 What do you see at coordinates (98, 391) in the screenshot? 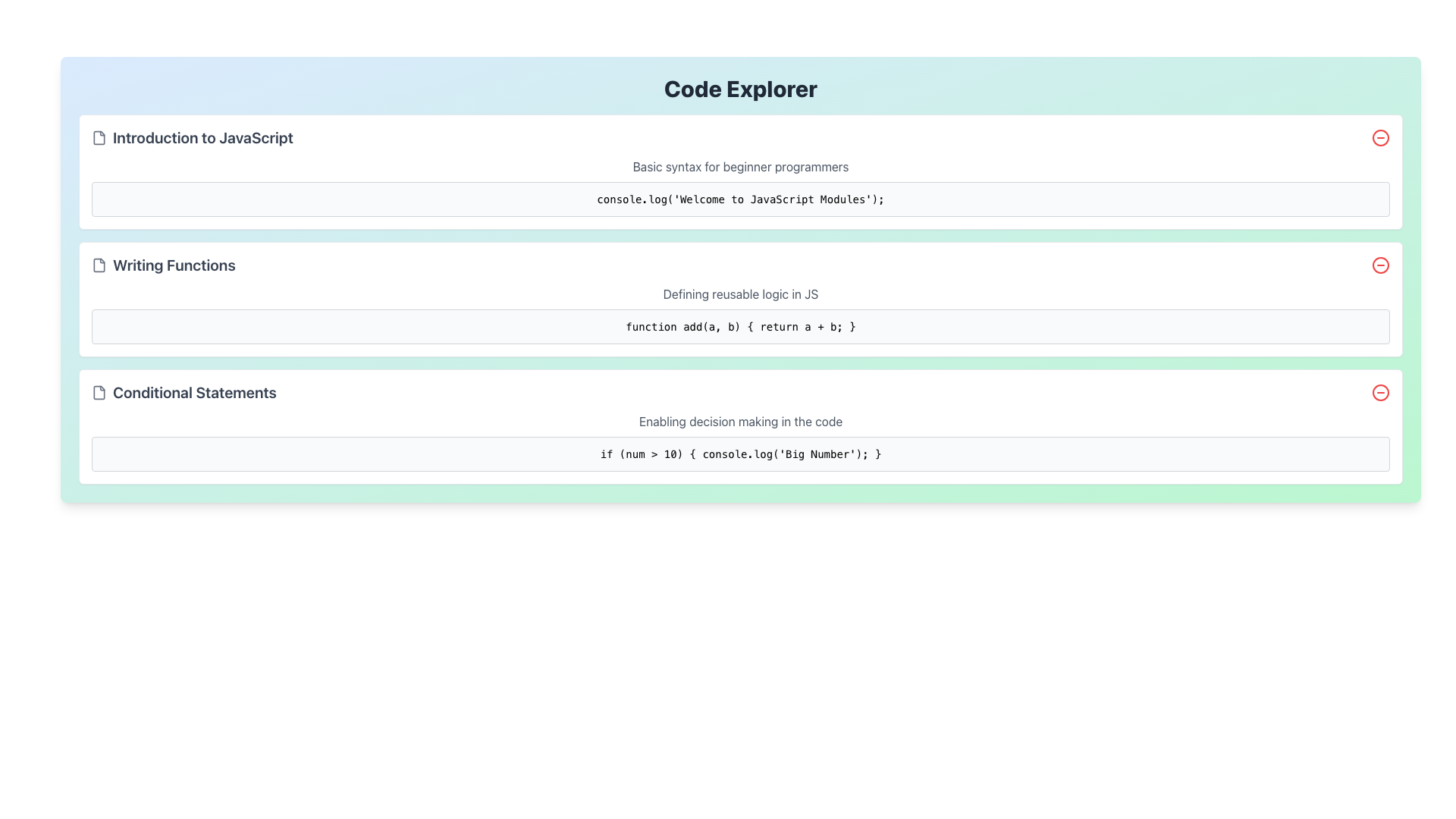
I see `the SVG icon representing a file or document located in the rightmost part of a button-like component` at bounding box center [98, 391].